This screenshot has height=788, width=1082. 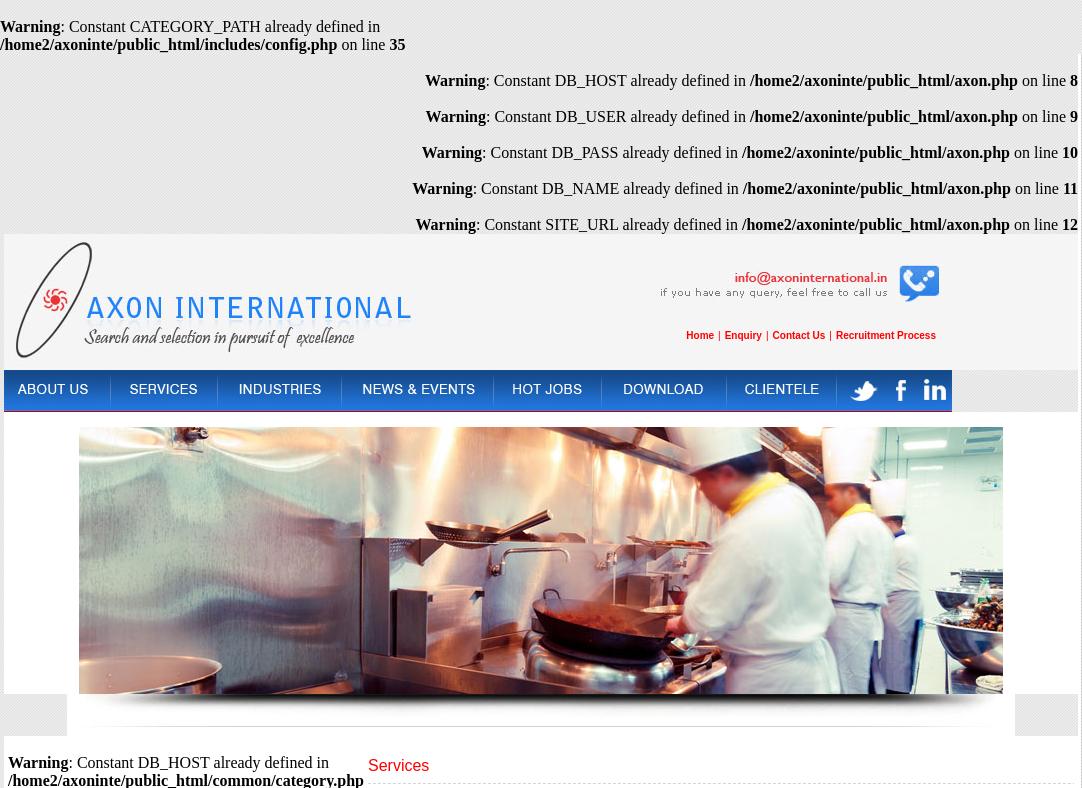 I want to click on 'Contact Us', so click(x=798, y=334).